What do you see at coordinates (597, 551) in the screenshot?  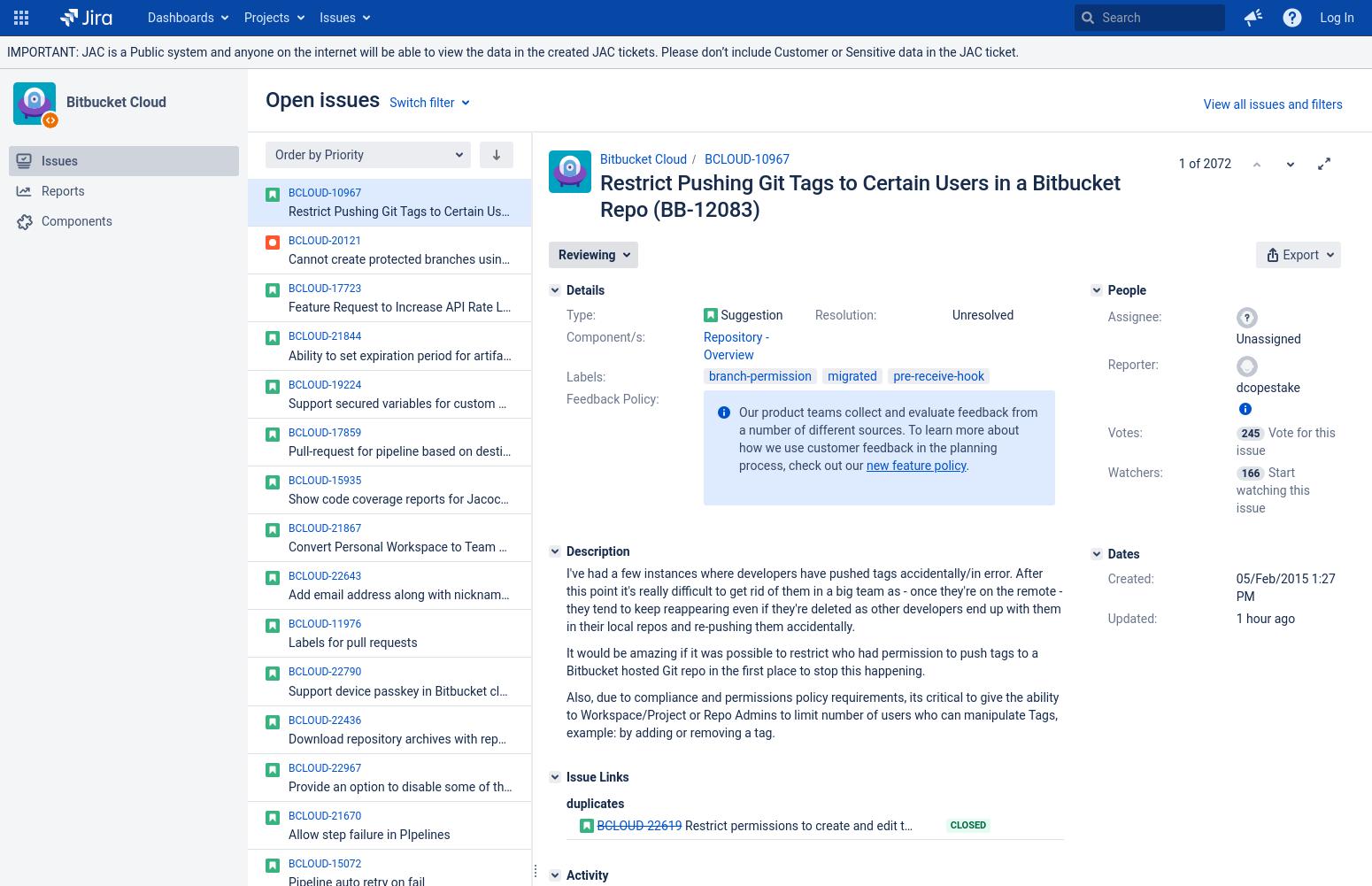 I see `'Description'` at bounding box center [597, 551].